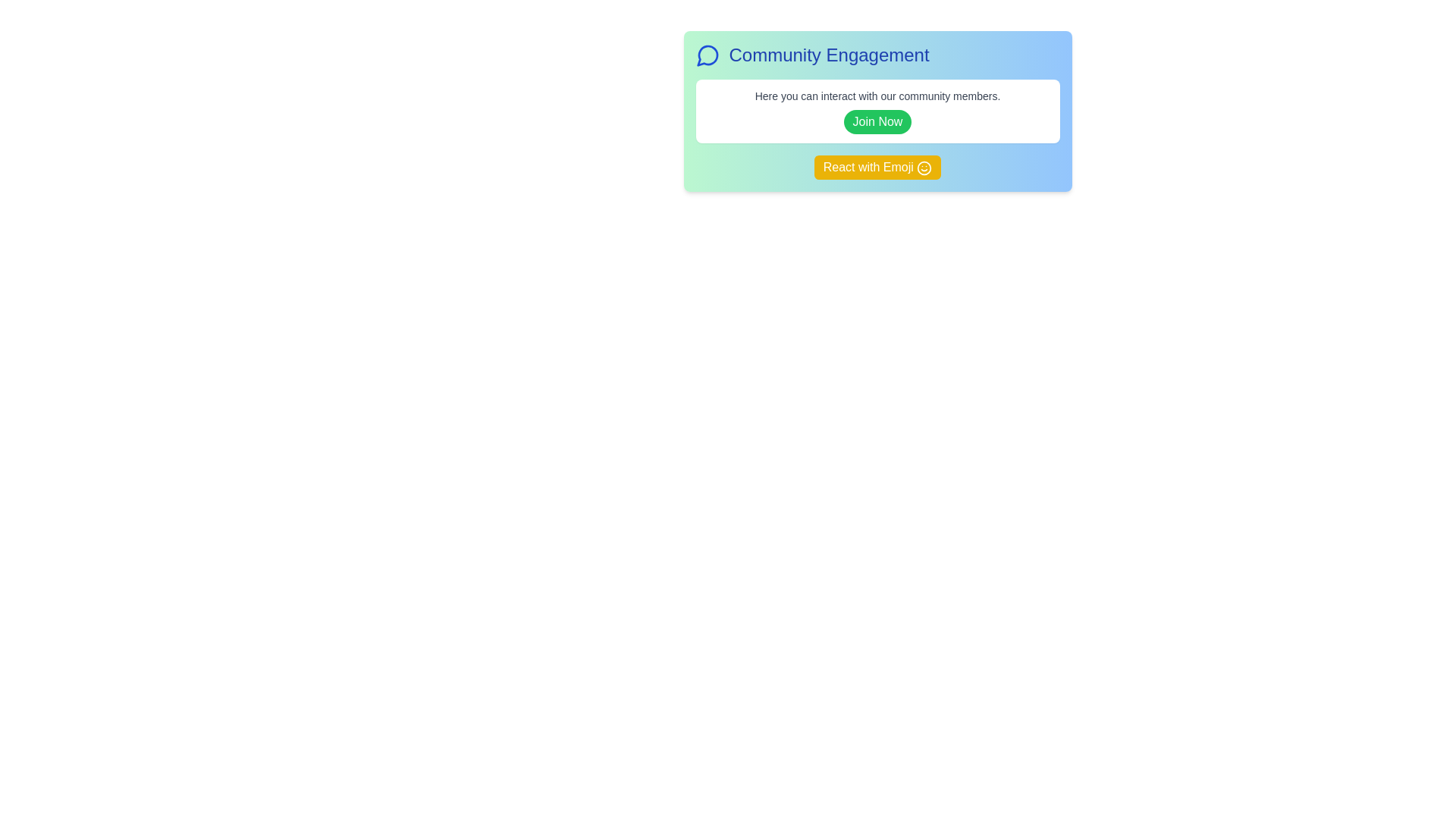 Image resolution: width=1456 pixels, height=819 pixels. Describe the element at coordinates (877, 121) in the screenshot. I see `the medium-sized, rounded rectangular green button labeled 'Join Now' to change its color and highlight its interactivity` at that location.